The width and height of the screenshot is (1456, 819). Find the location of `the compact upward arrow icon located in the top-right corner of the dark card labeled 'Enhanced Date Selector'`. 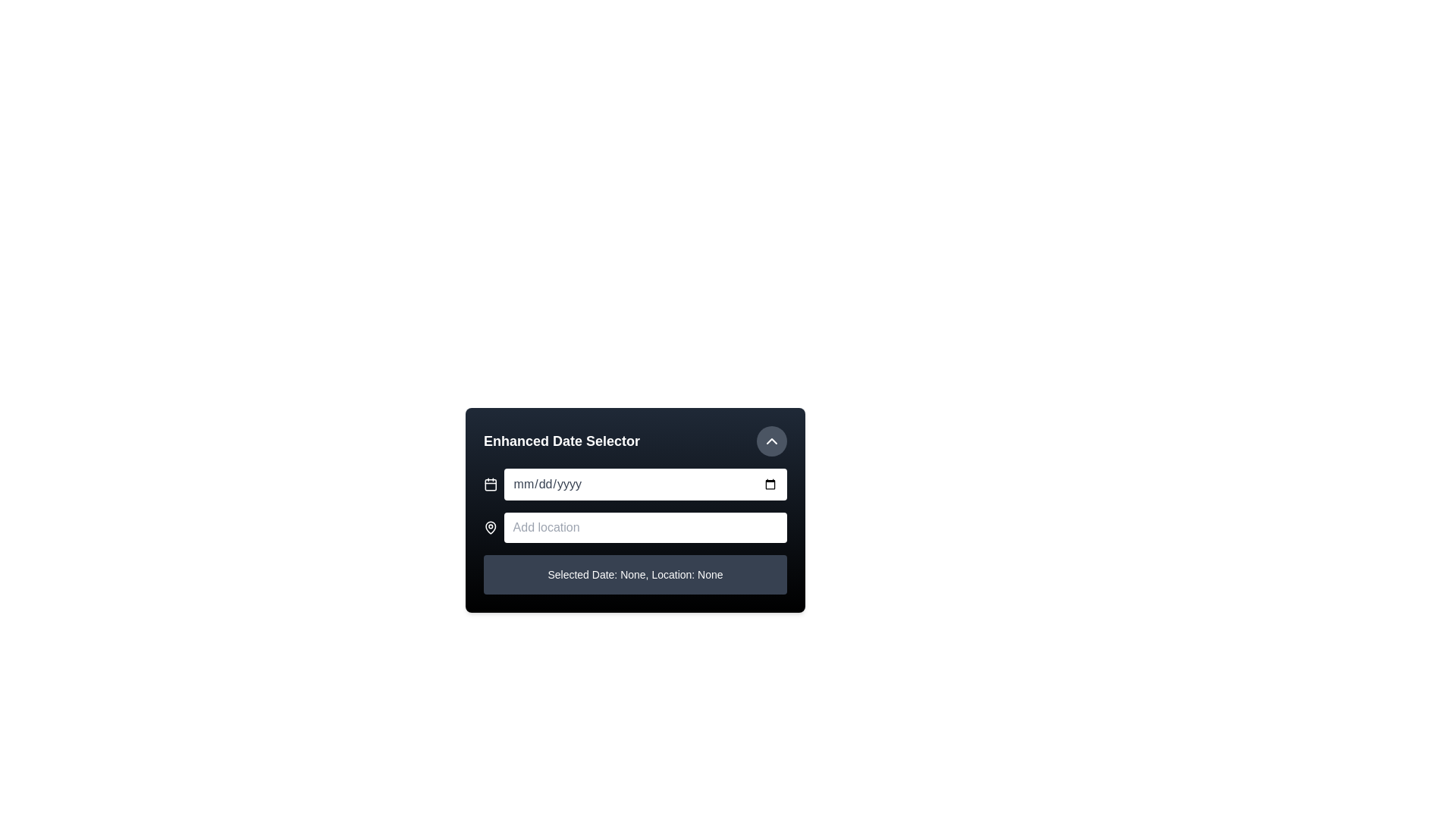

the compact upward arrow icon located in the top-right corner of the dark card labeled 'Enhanced Date Selector' is located at coordinates (771, 441).